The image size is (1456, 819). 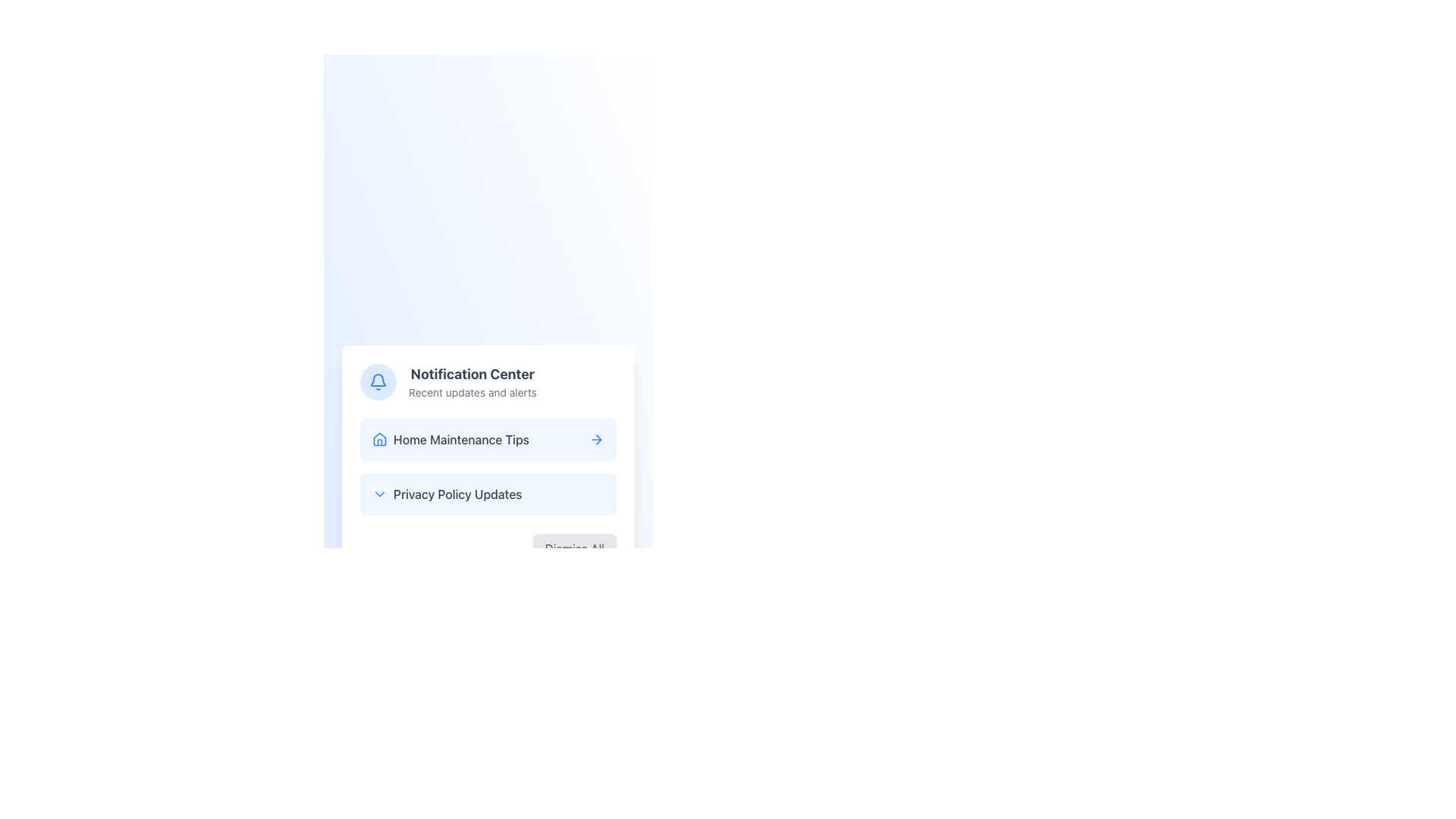 I want to click on the downward-facing chevron arrow icon styled in blue, located to the immediate left of the 'Privacy Policy Updates' text for additional details, so click(x=379, y=494).